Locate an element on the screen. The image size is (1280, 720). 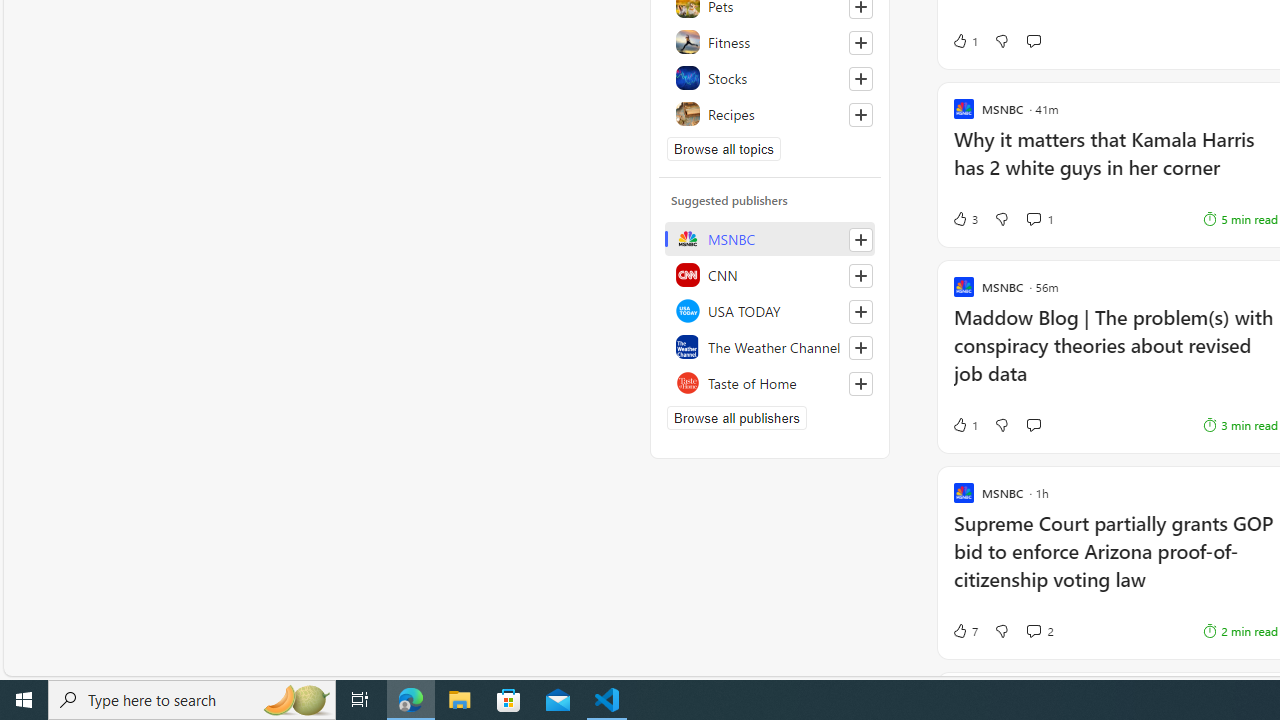
'USA TODAY' is located at coordinates (769, 311).